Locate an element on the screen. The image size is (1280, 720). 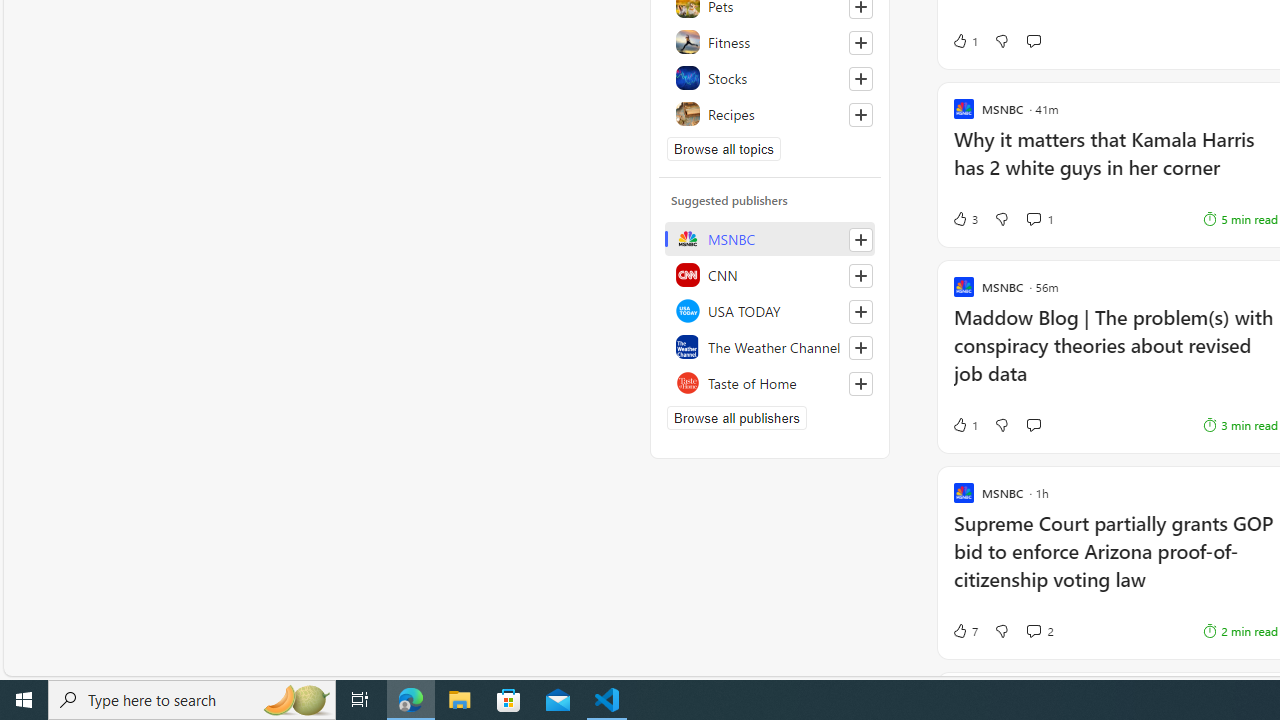
'USA TODAY' is located at coordinates (769, 311).